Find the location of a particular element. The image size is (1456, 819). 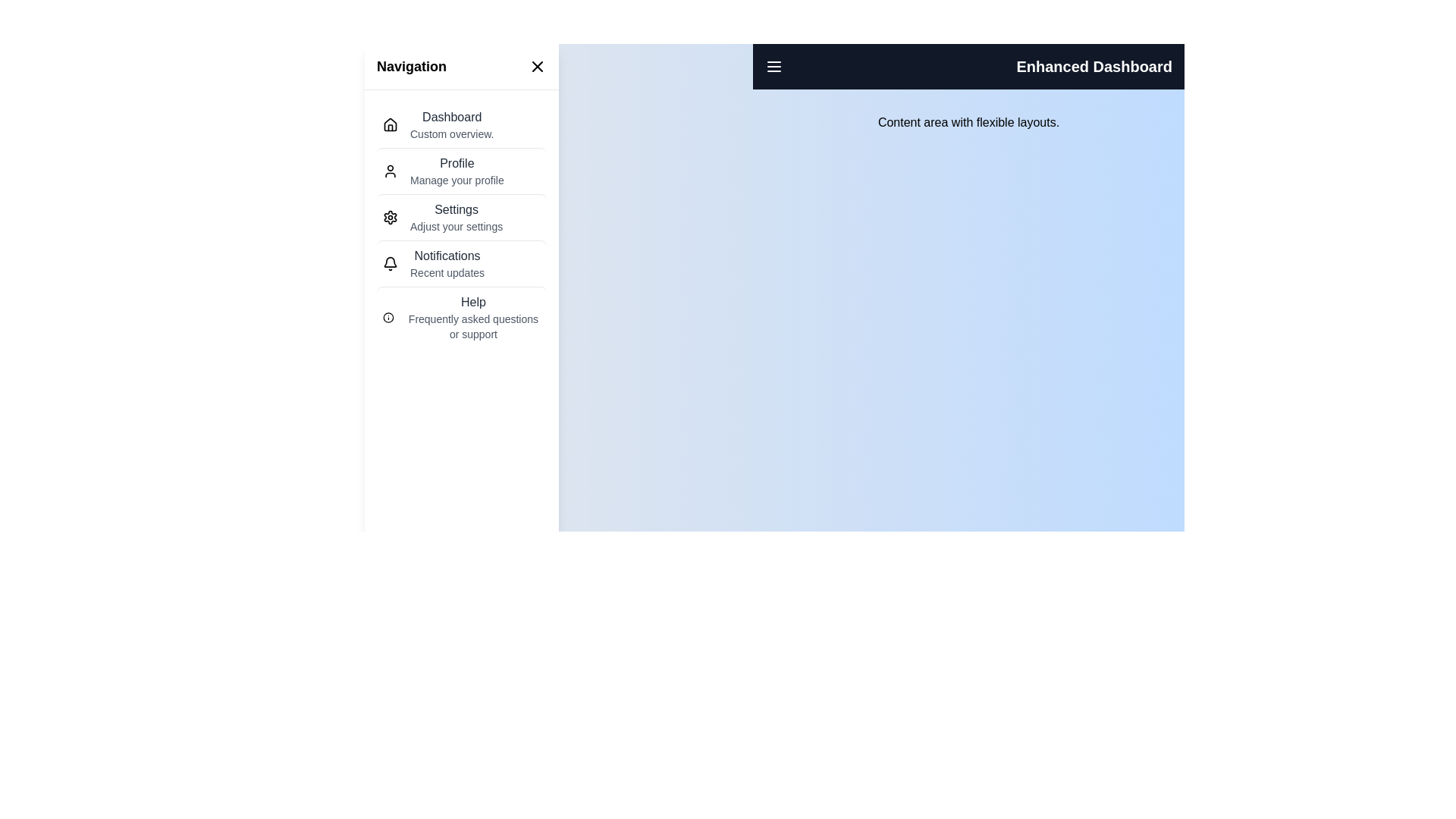

the 'Notifications' label in the navigation panel, which displays the text in dark gray color and is positioned above the 'Help' section is located at coordinates (447, 256).